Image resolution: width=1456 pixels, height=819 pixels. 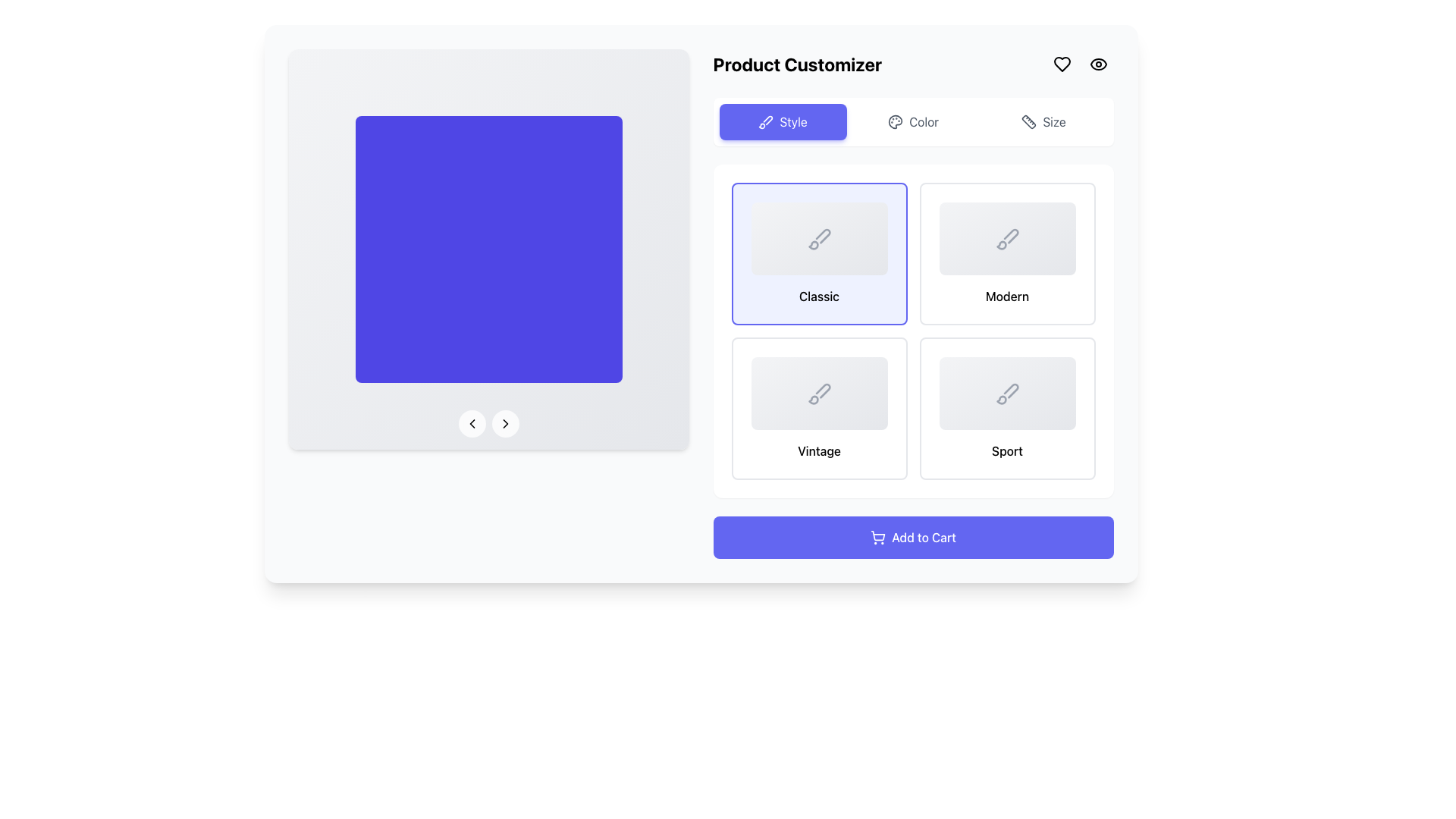 I want to click on the 'Modern' style selection button located in the rightmost column of the first row in a 2x2 grid of cards, so click(x=1007, y=253).